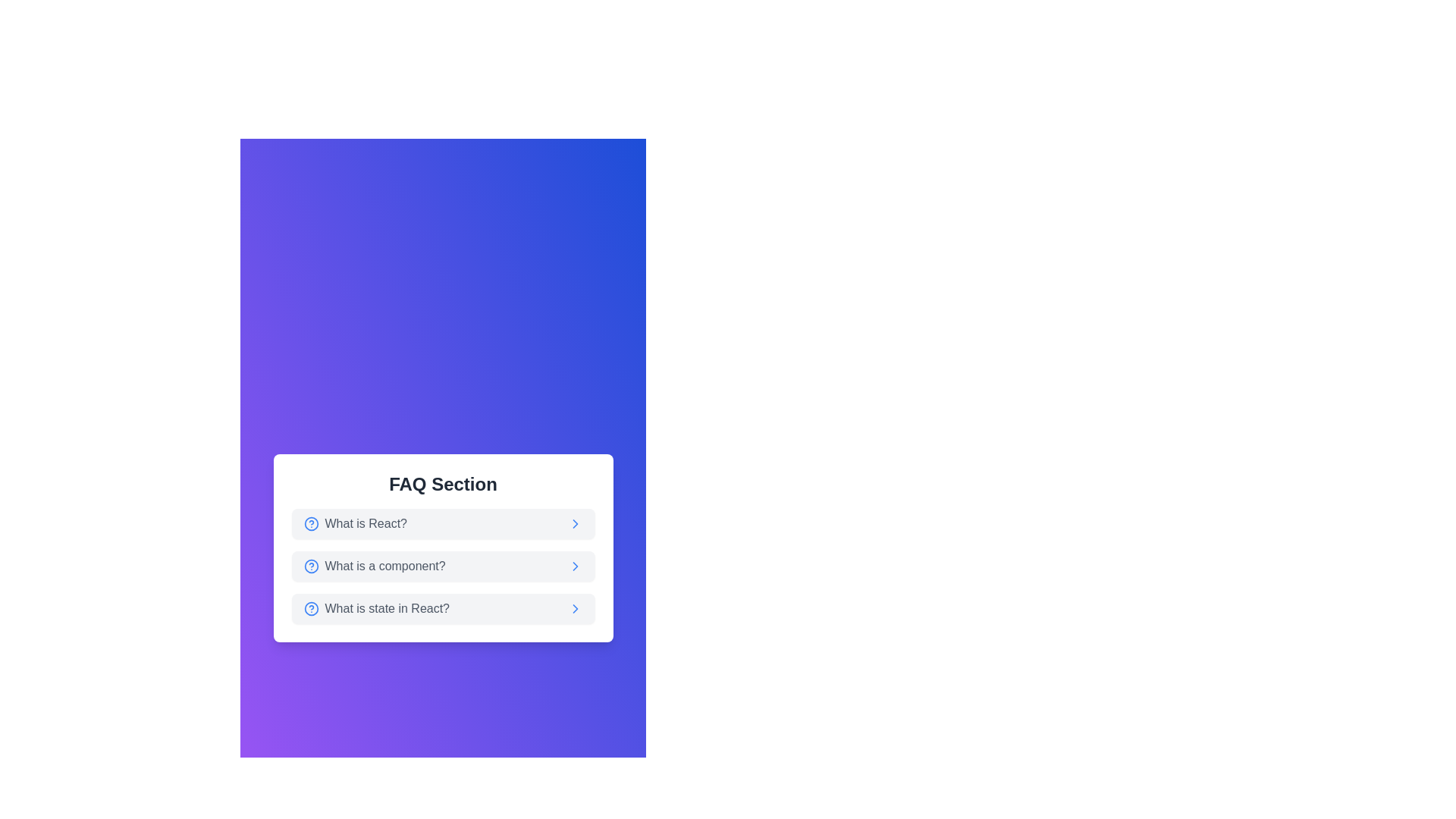 The image size is (1456, 819). What do you see at coordinates (354, 522) in the screenshot?
I see `the FAQ item text label with icon located at the top of the FAQ section` at bounding box center [354, 522].